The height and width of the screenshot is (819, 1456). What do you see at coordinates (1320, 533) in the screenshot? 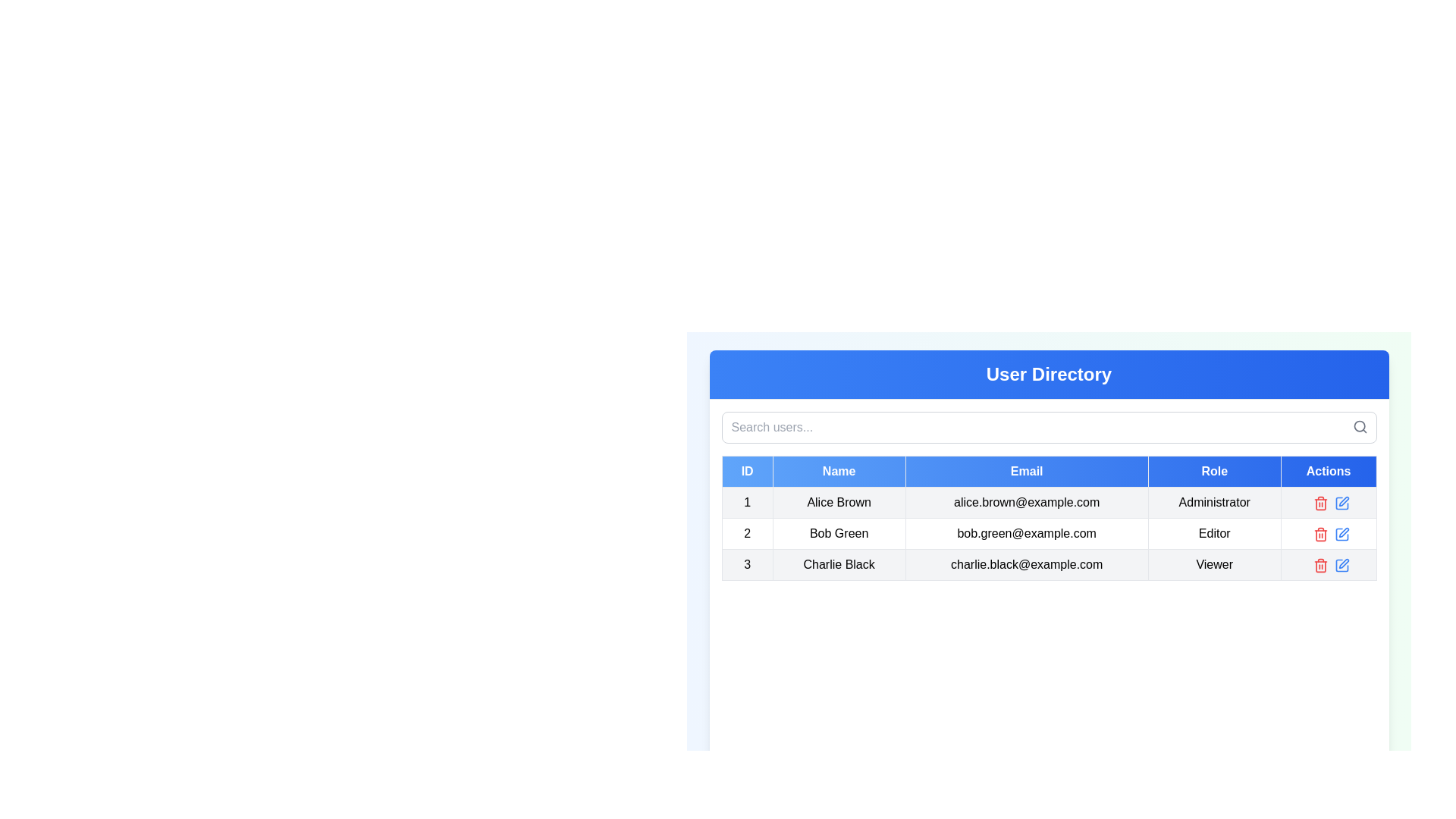
I see `the delete icon button located in the second row of the user listing table under the 'Actions' column` at bounding box center [1320, 533].